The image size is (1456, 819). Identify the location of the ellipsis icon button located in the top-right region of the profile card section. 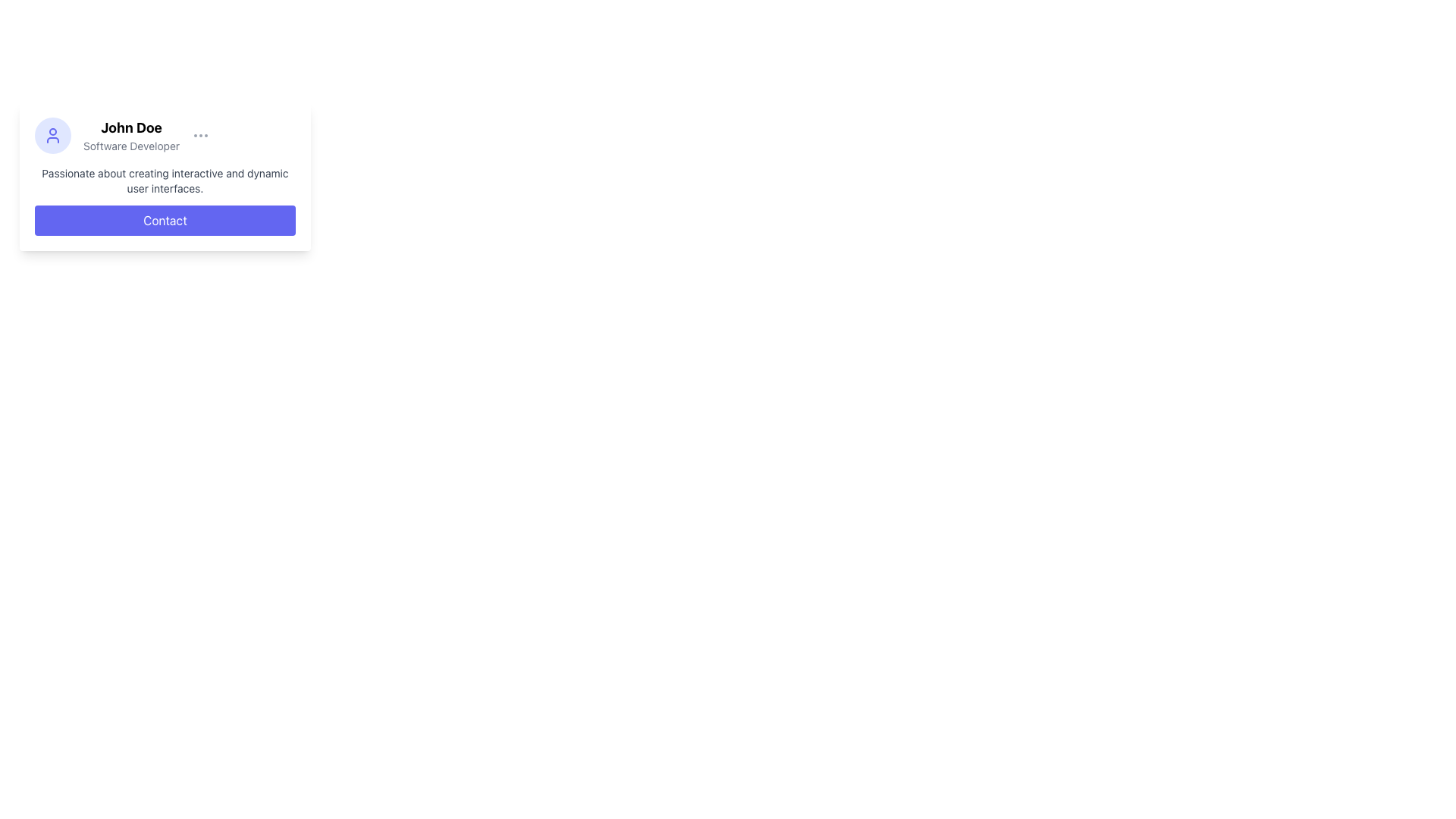
(200, 134).